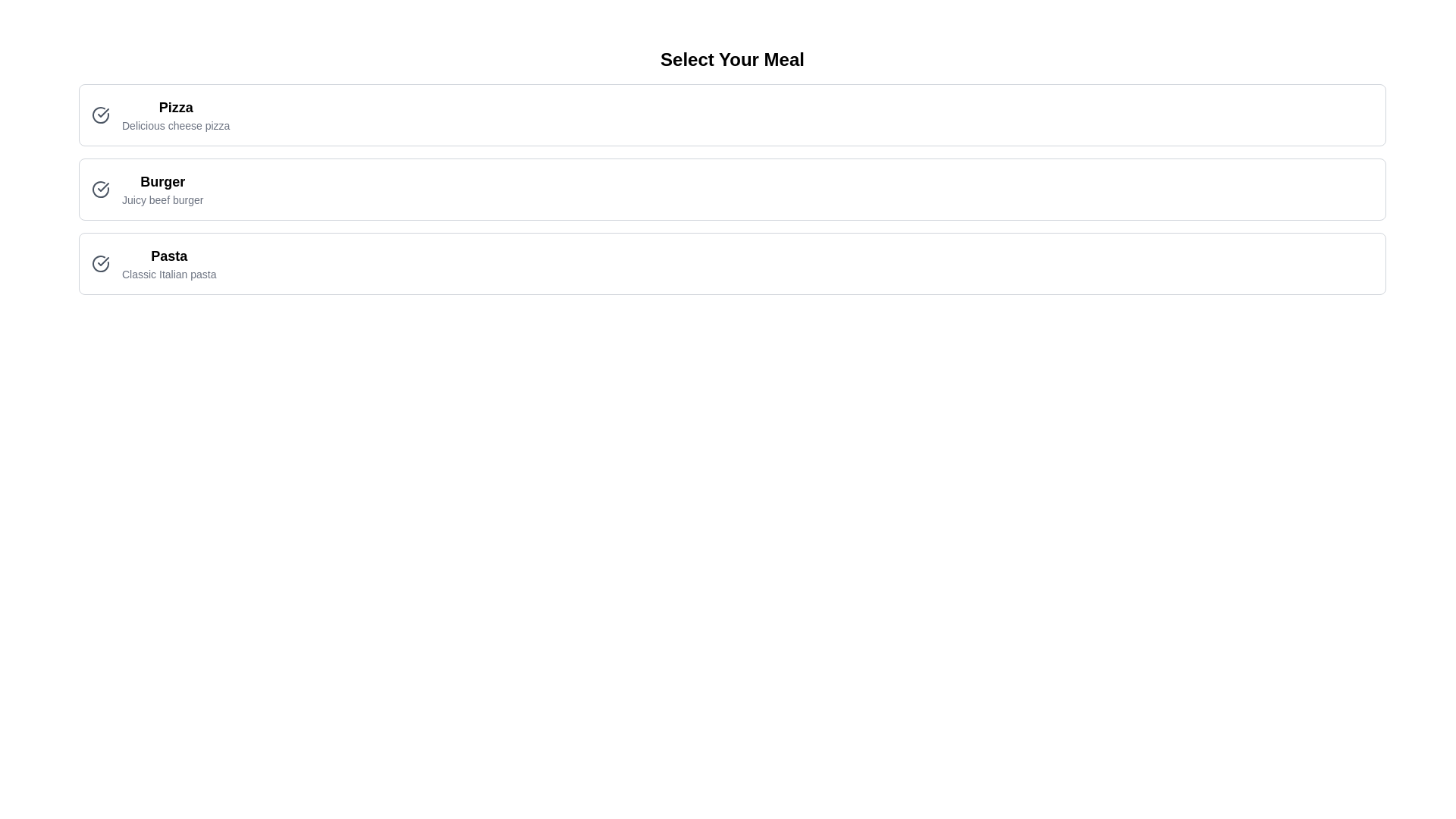  I want to click on the circular gray checkmark icon located to the far left of the 'Burger' section, which precedes the textual label and description, so click(100, 189).